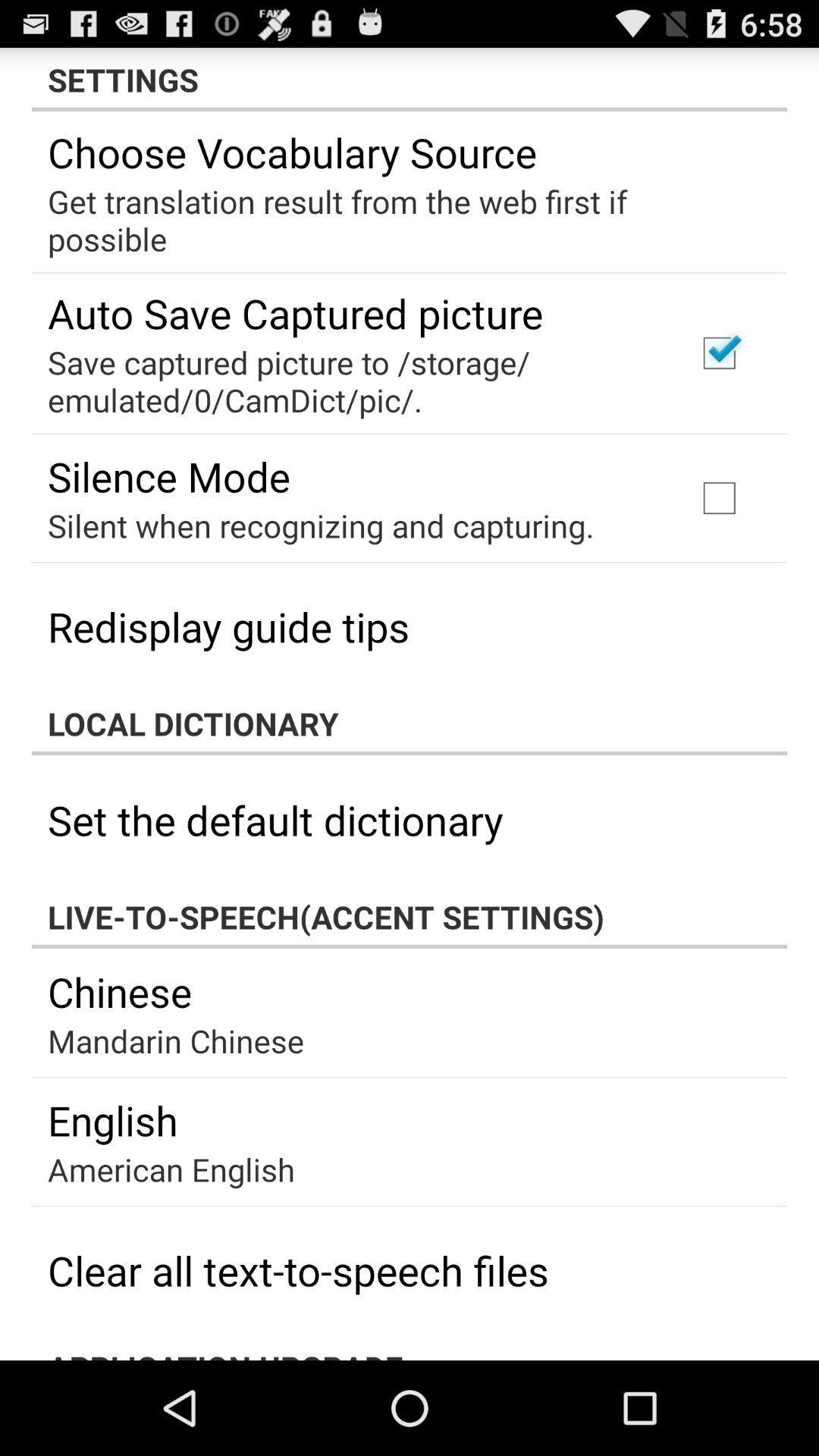 This screenshot has width=819, height=1456. What do you see at coordinates (409, 1348) in the screenshot?
I see `the app below the clear all text` at bounding box center [409, 1348].